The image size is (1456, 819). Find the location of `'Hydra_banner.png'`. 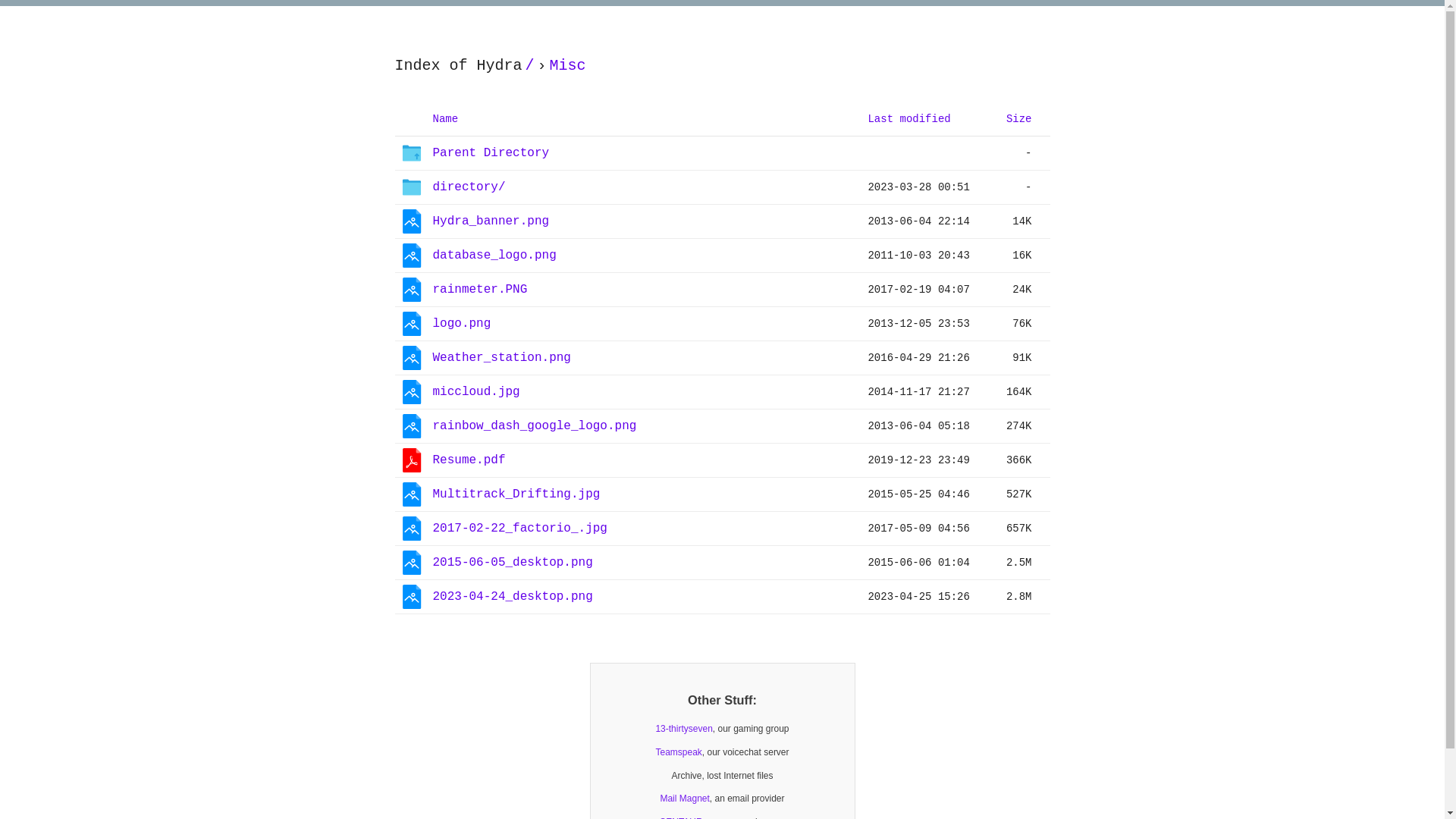

'Hydra_banner.png' is located at coordinates (491, 221).